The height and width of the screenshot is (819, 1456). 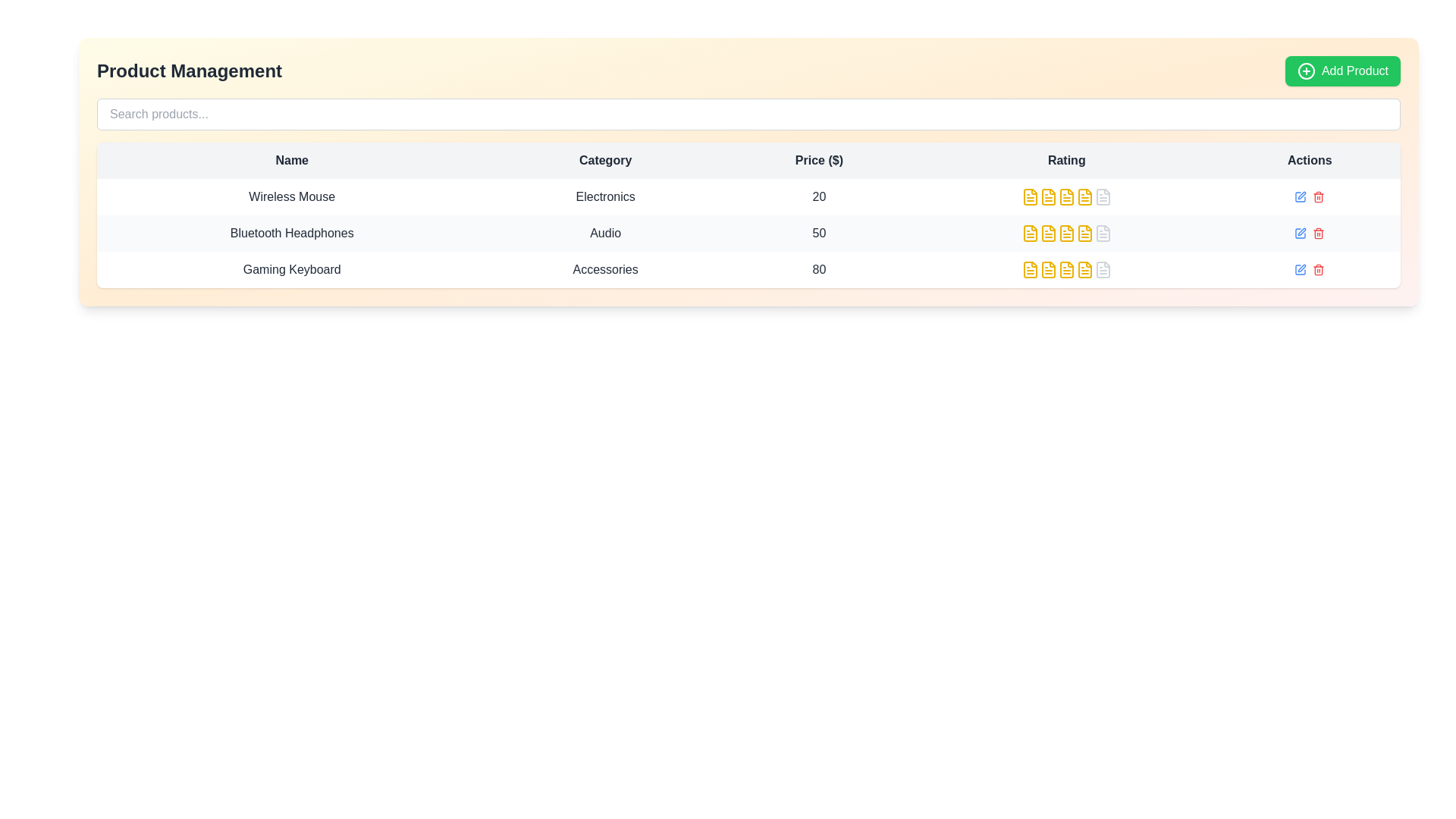 I want to click on the SVG icon that indicates the ability to add a new product, which is located at the center-left of the green 'Add Product' button in the top-right corner of the interface, so click(x=1306, y=71).